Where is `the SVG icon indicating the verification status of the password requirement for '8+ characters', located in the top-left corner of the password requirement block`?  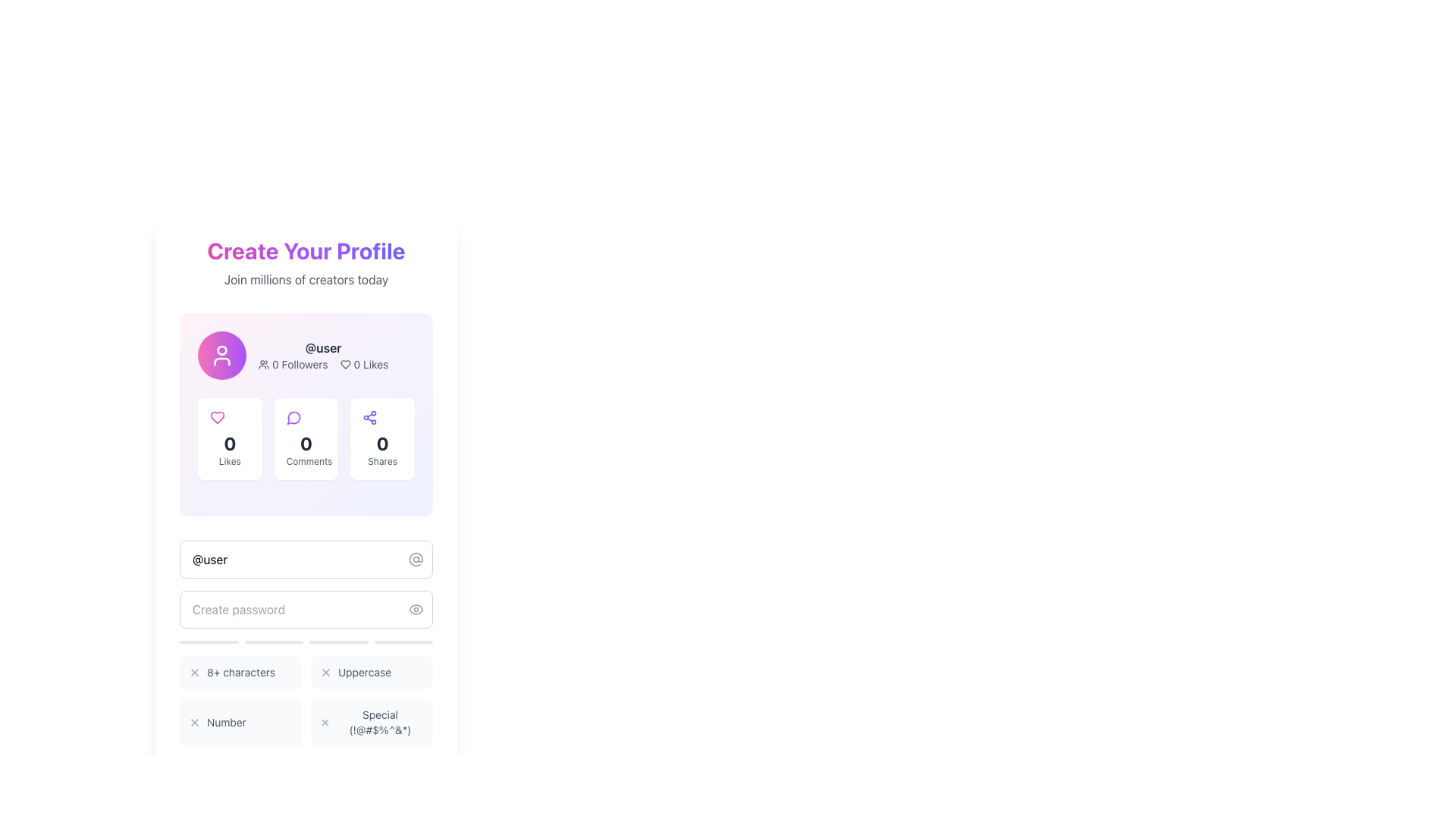 the SVG icon indicating the verification status of the password requirement for '8+ characters', located in the top-left corner of the password requirement block is located at coordinates (194, 672).